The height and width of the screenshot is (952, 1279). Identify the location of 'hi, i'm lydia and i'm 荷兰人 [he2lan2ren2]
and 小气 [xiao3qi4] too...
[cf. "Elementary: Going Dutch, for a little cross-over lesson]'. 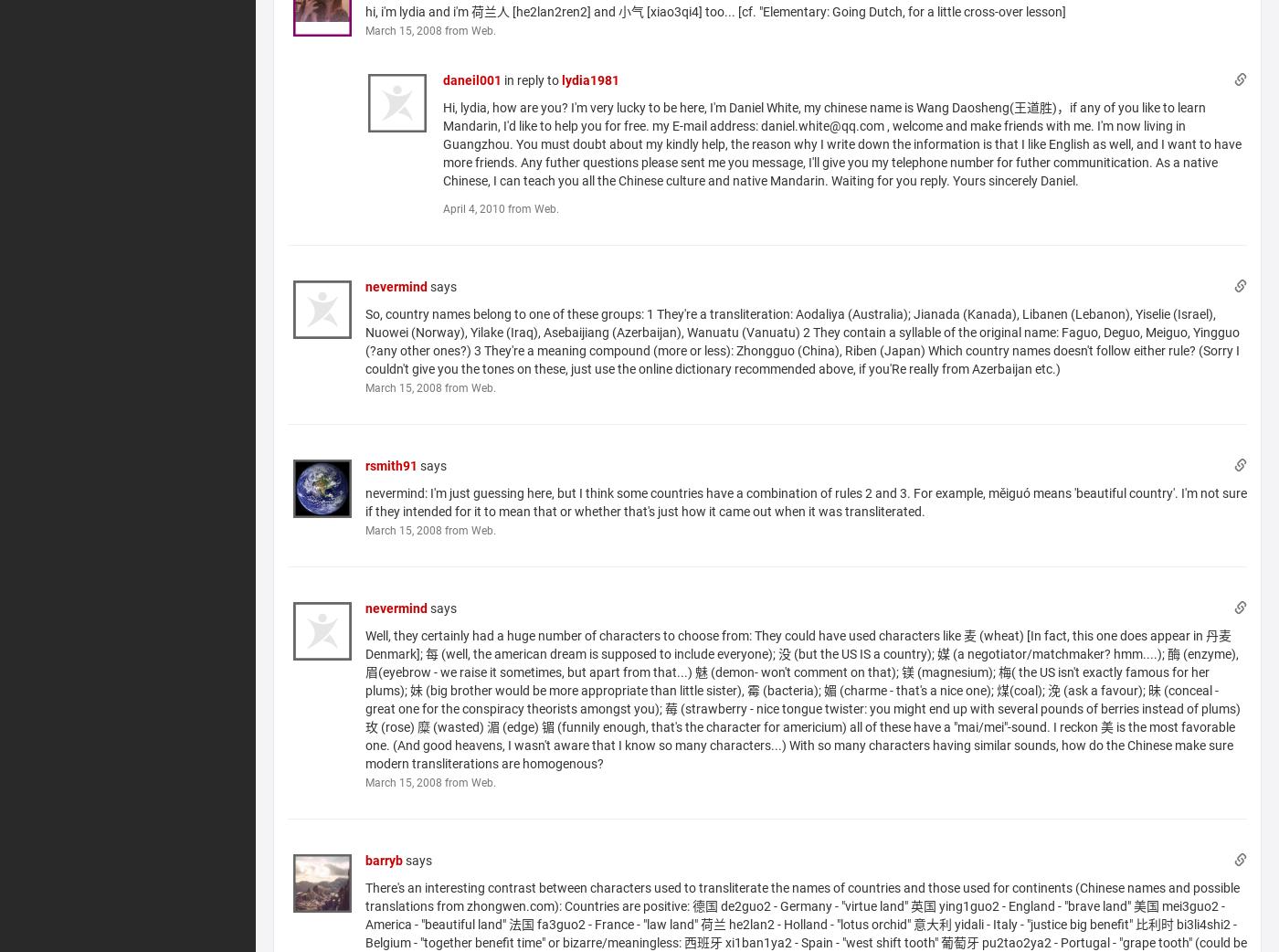
(715, 9).